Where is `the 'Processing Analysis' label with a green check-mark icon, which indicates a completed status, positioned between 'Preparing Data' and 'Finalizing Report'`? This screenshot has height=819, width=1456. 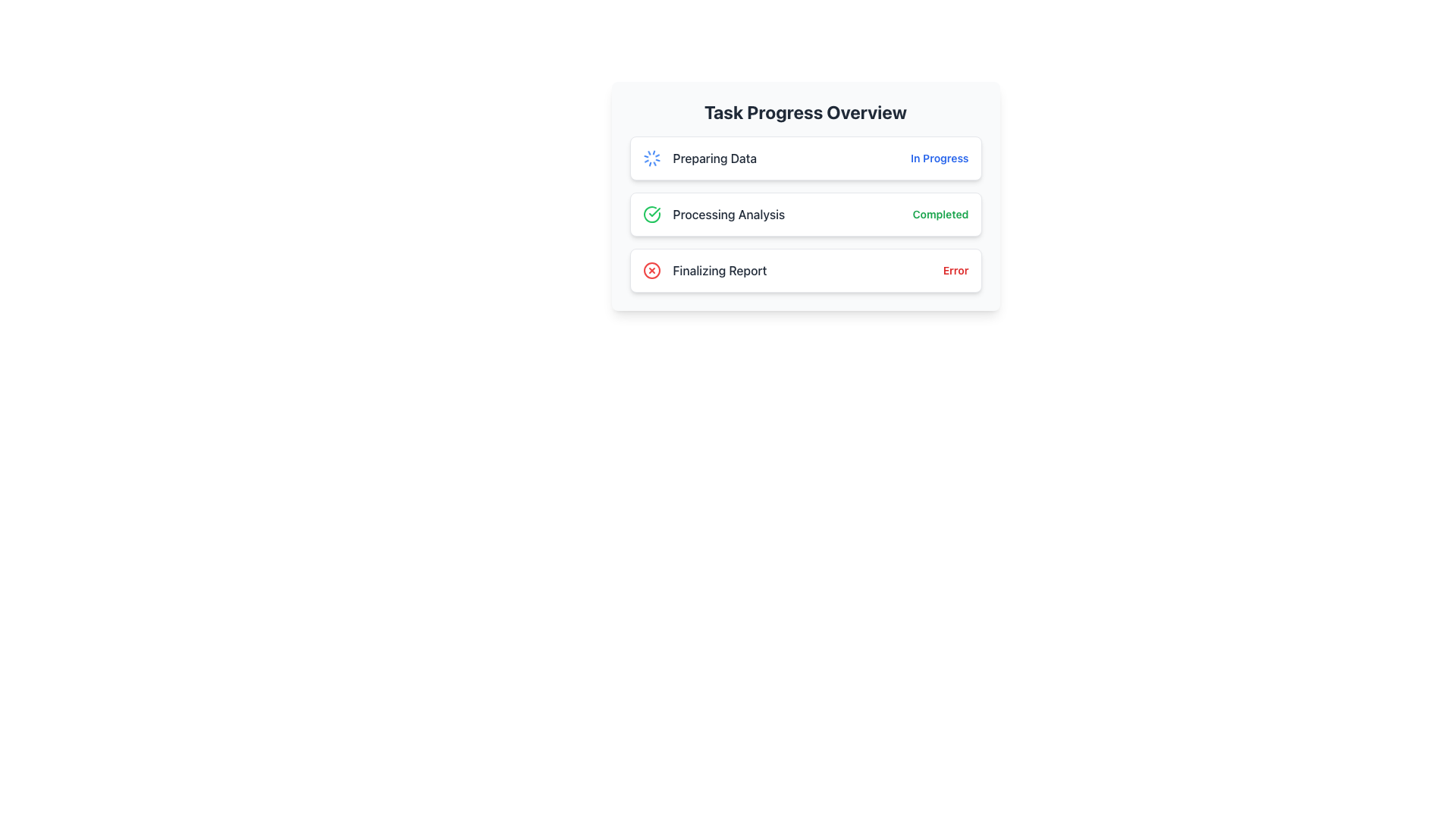 the 'Processing Analysis' label with a green check-mark icon, which indicates a completed status, positioned between 'Preparing Data' and 'Finalizing Report' is located at coordinates (713, 214).